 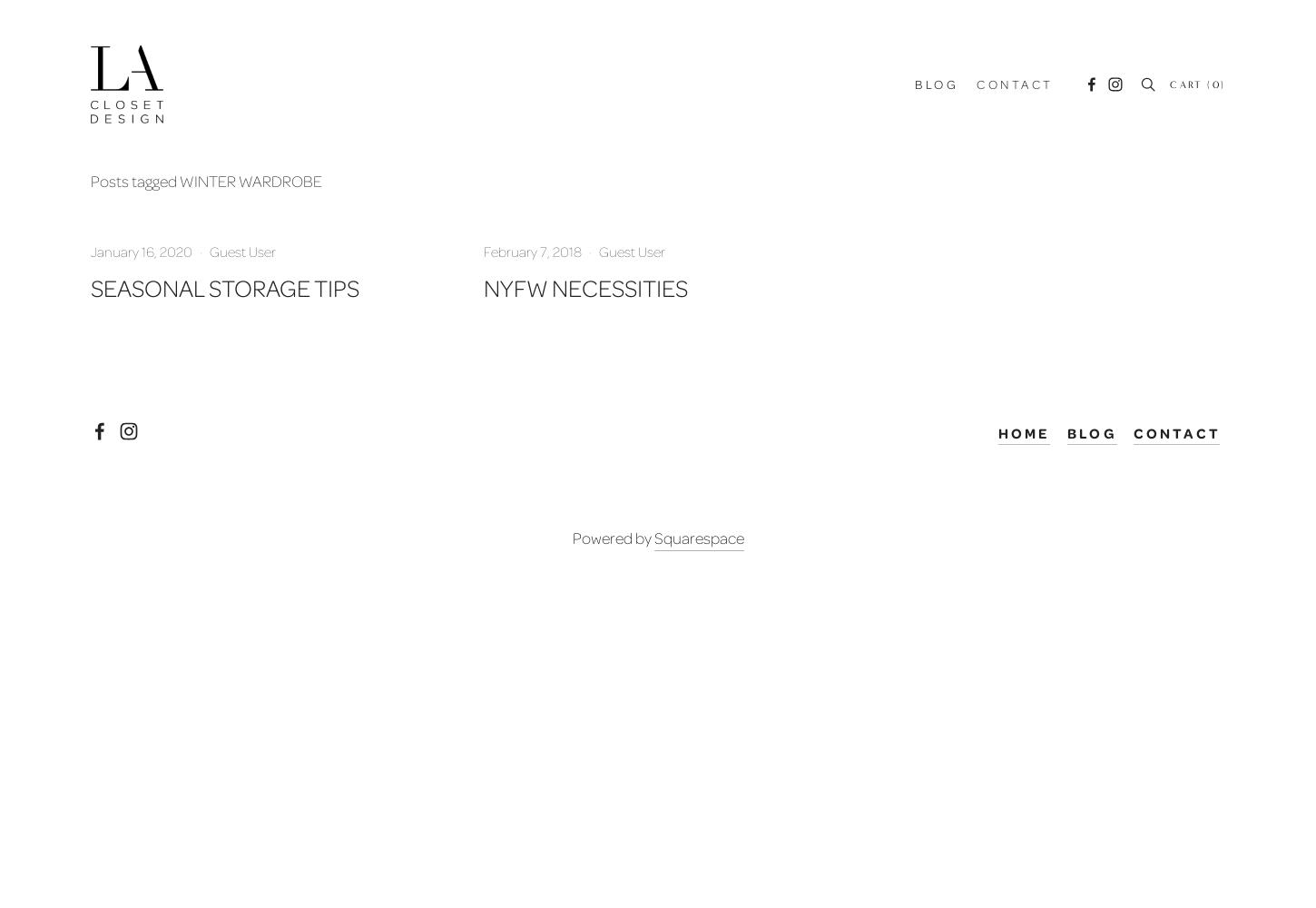 I want to click on 'Powered by', so click(x=611, y=536).